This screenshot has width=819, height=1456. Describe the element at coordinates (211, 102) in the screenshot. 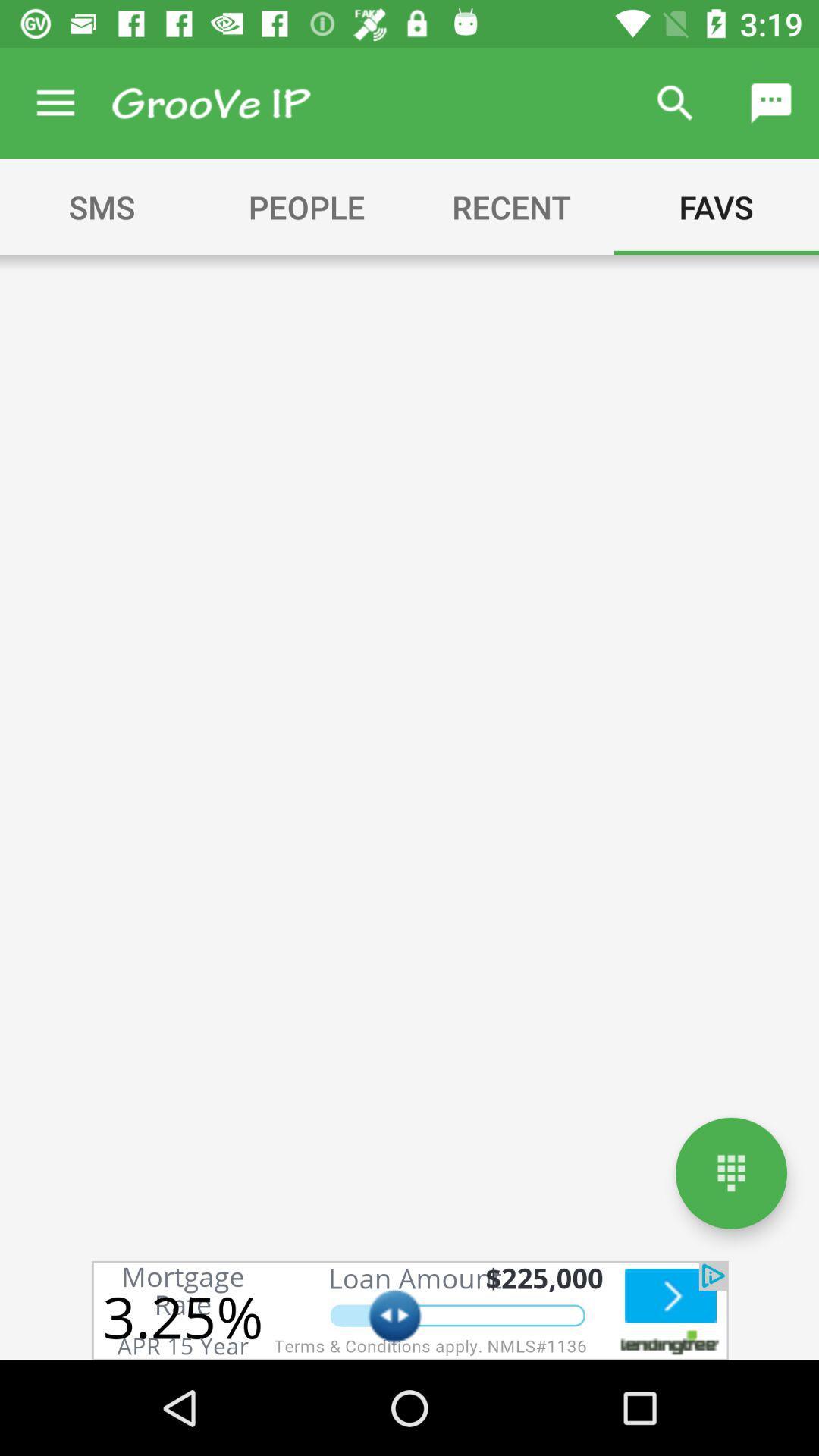

I see `grooveip homepage` at that location.